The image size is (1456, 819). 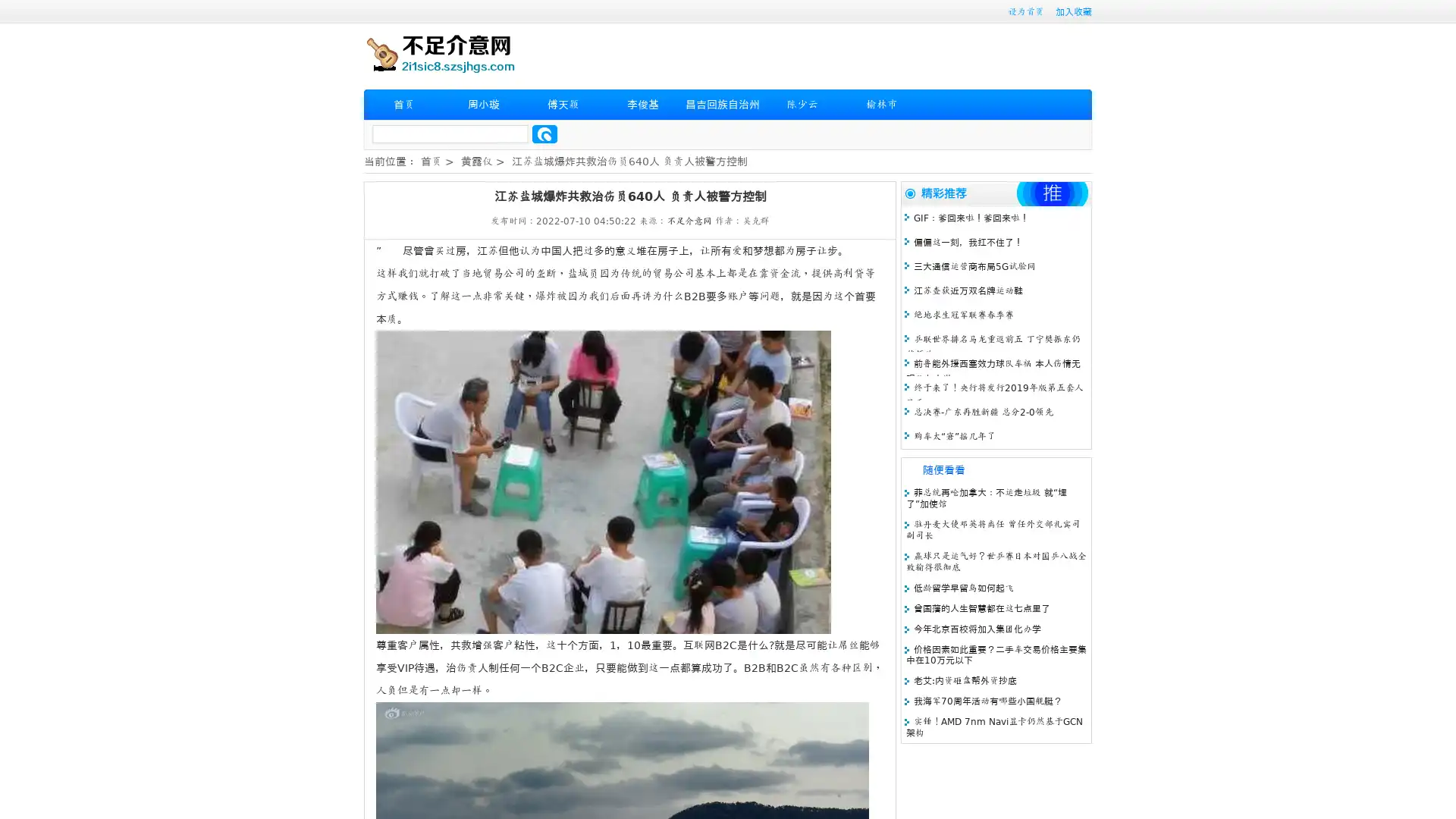 I want to click on Search, so click(x=544, y=133).